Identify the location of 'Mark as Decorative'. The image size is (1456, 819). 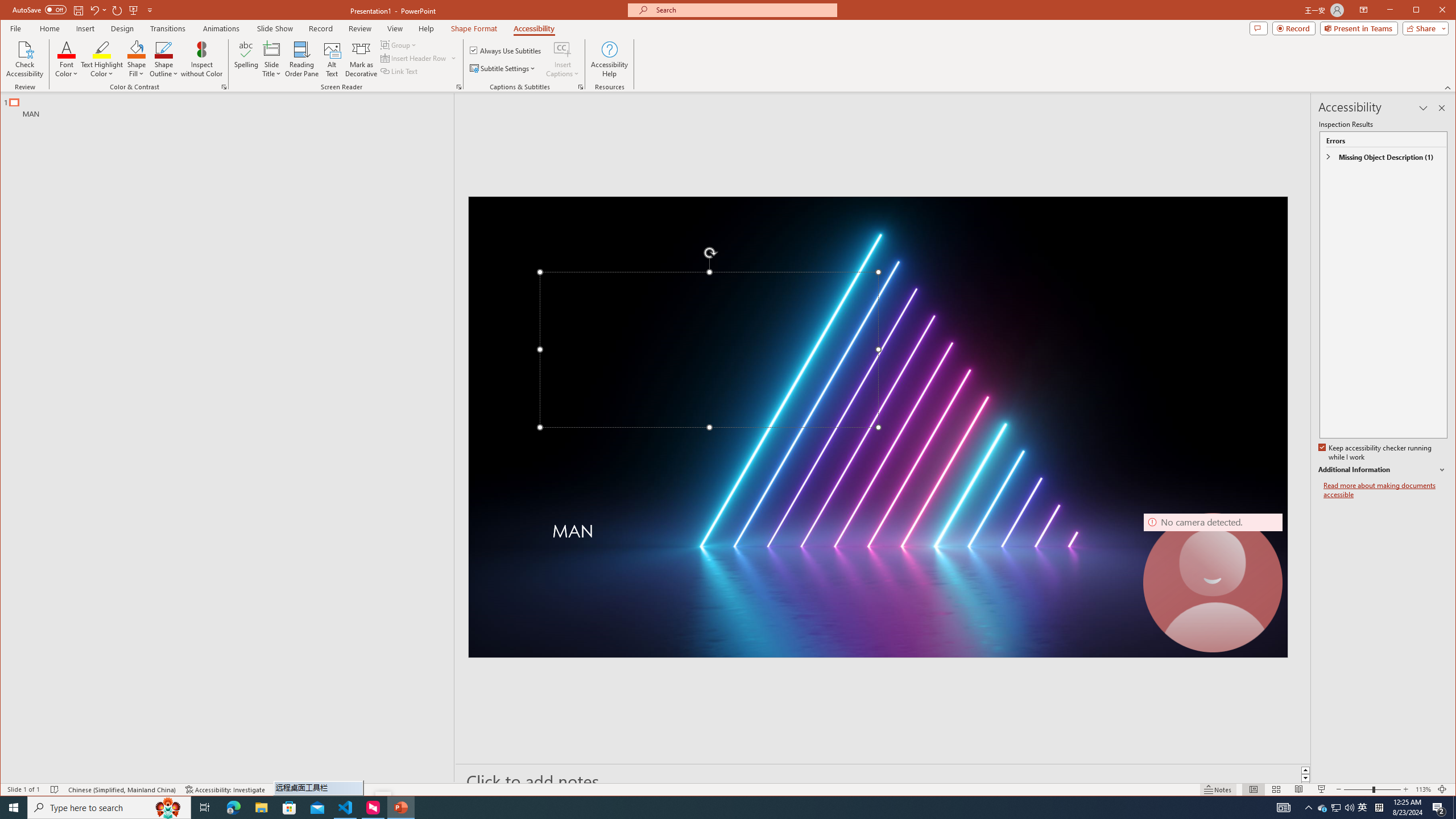
(360, 59).